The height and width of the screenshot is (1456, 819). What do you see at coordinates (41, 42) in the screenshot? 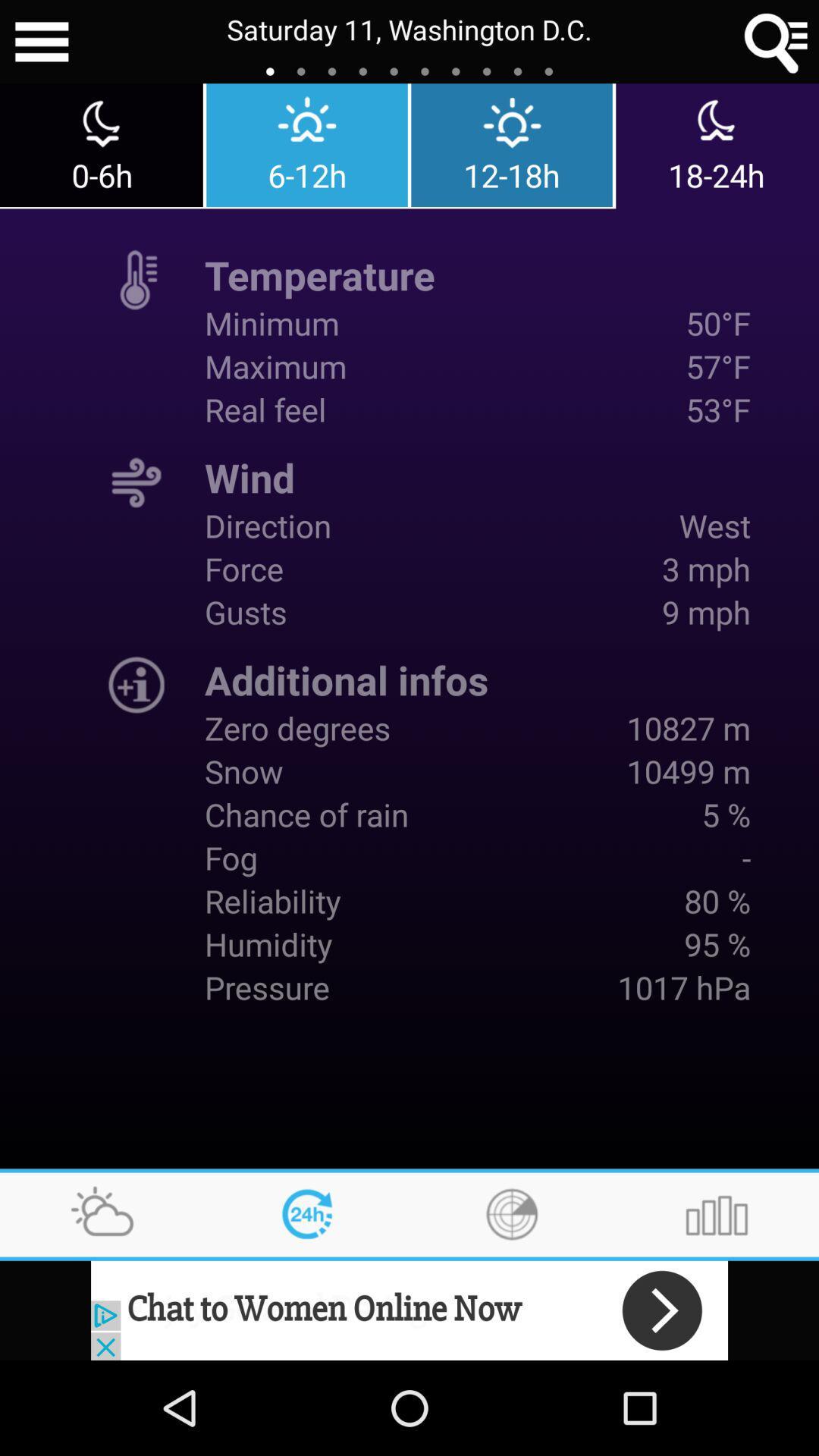
I see `click menu option` at bounding box center [41, 42].